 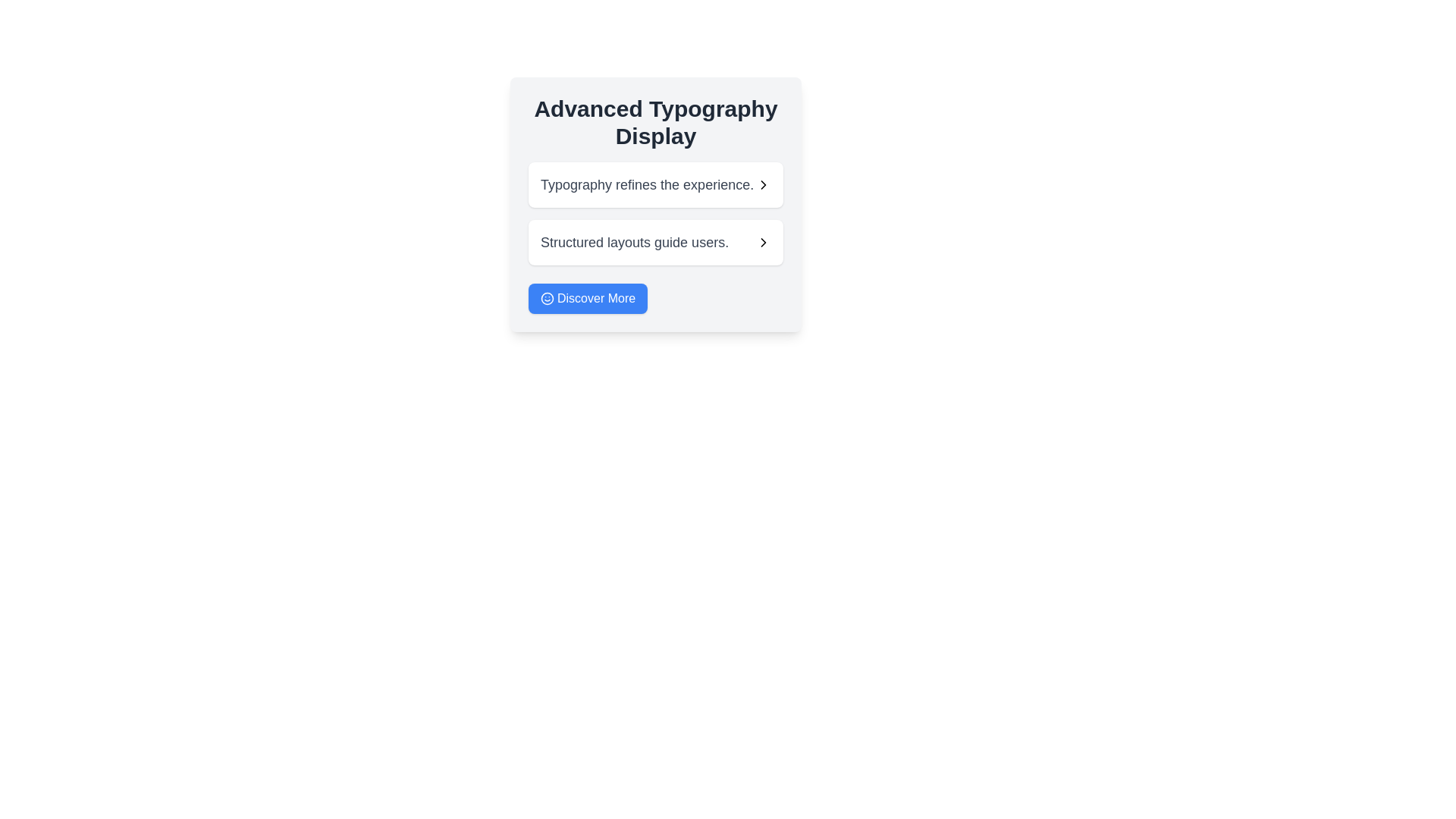 I want to click on the Chevron-Right icon, so click(x=764, y=242).